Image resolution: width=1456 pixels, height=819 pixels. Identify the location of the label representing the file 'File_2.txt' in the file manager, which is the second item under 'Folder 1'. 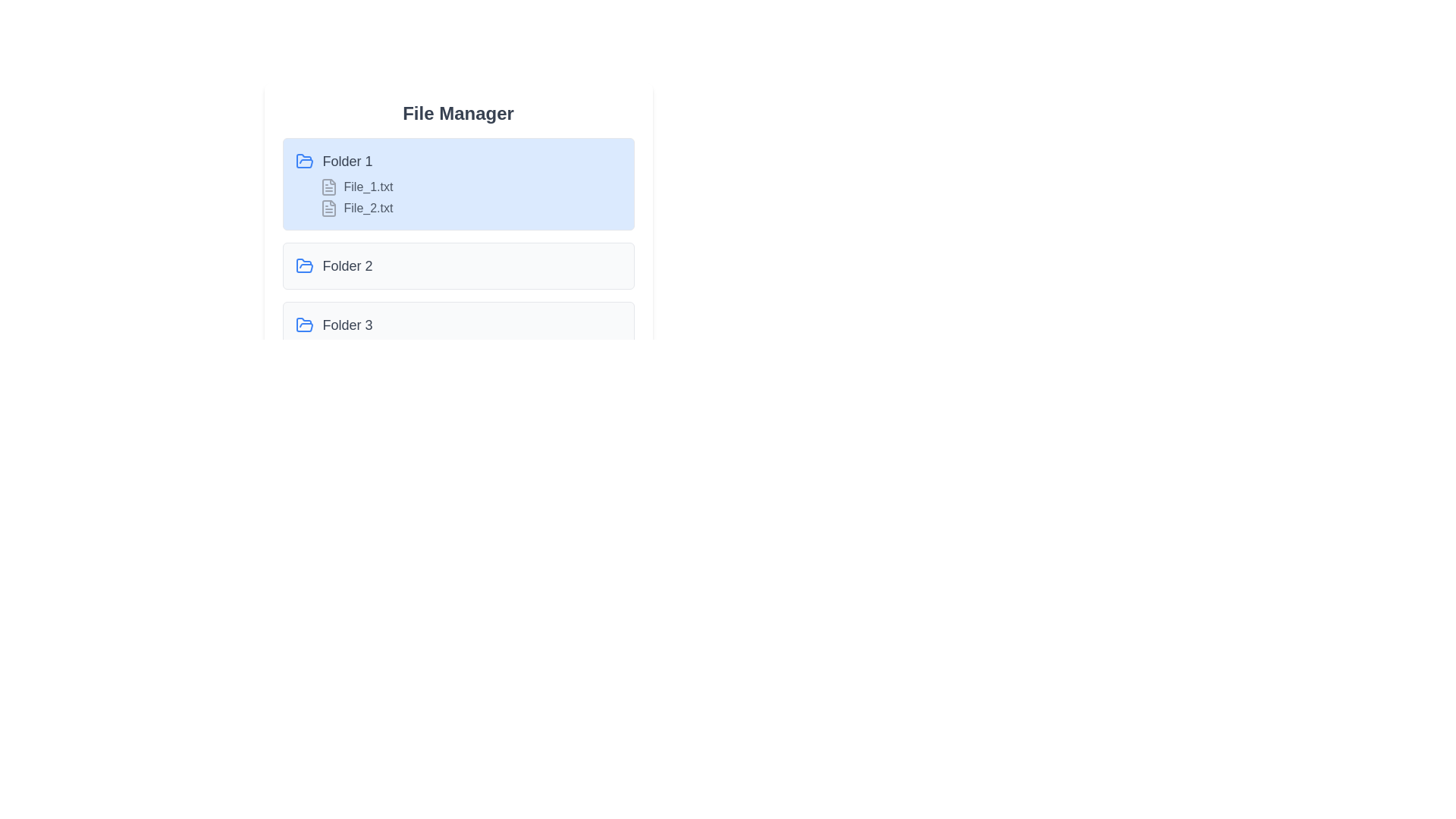
(368, 208).